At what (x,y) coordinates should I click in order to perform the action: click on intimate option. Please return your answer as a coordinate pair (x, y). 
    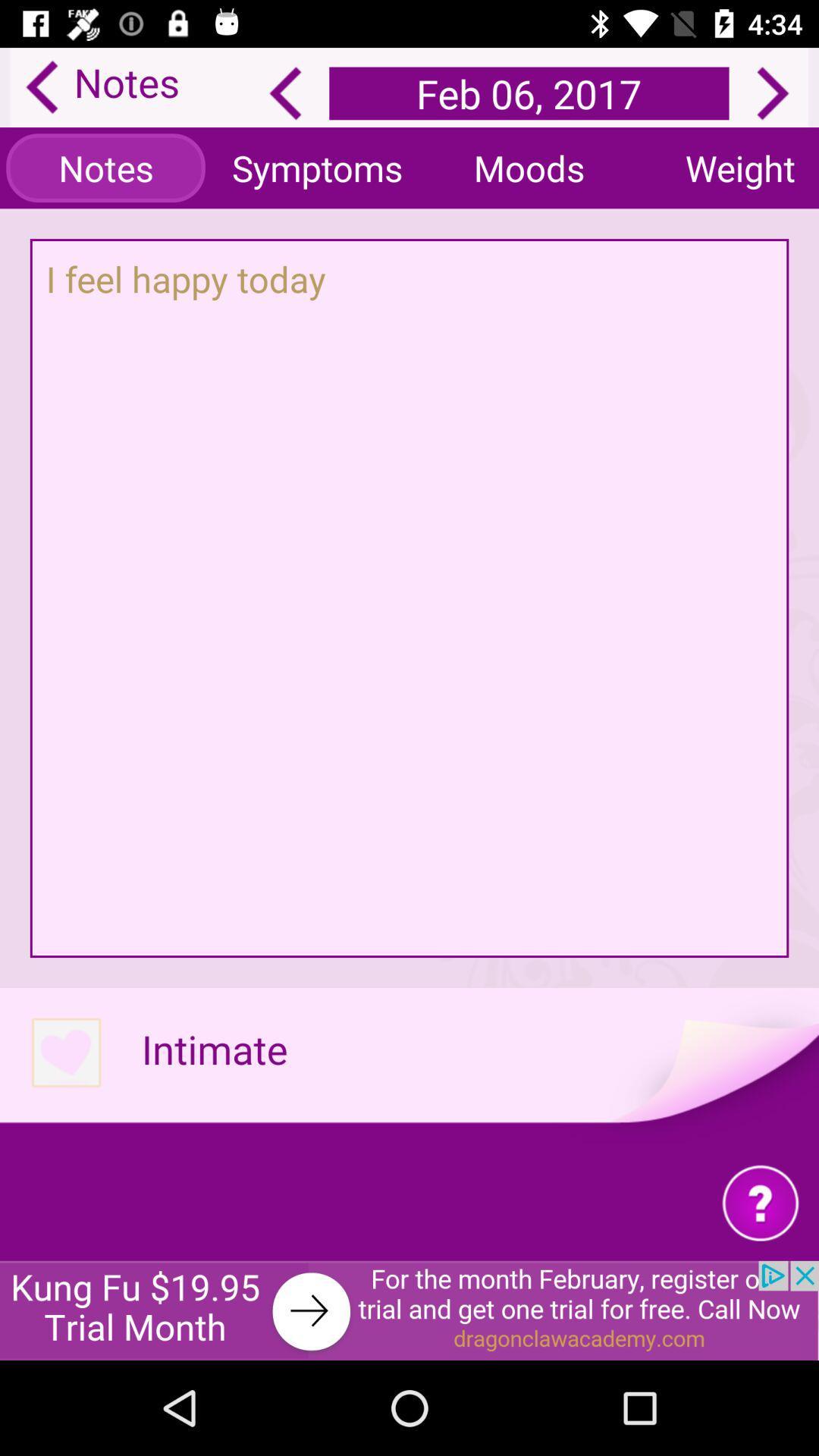
    Looking at the image, I should click on (65, 1053).